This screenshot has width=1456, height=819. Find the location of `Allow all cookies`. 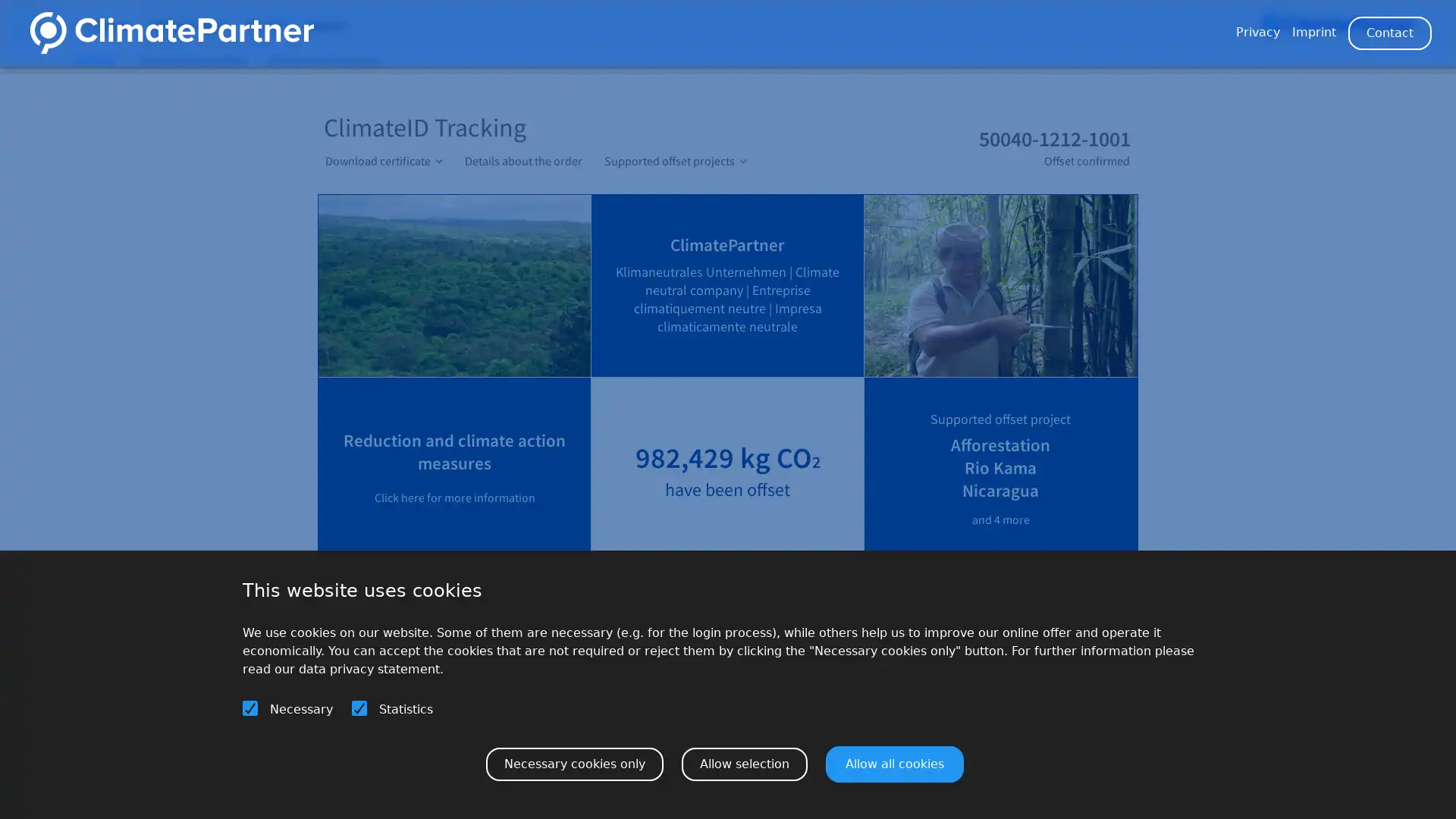

Allow all cookies is located at coordinates (895, 763).